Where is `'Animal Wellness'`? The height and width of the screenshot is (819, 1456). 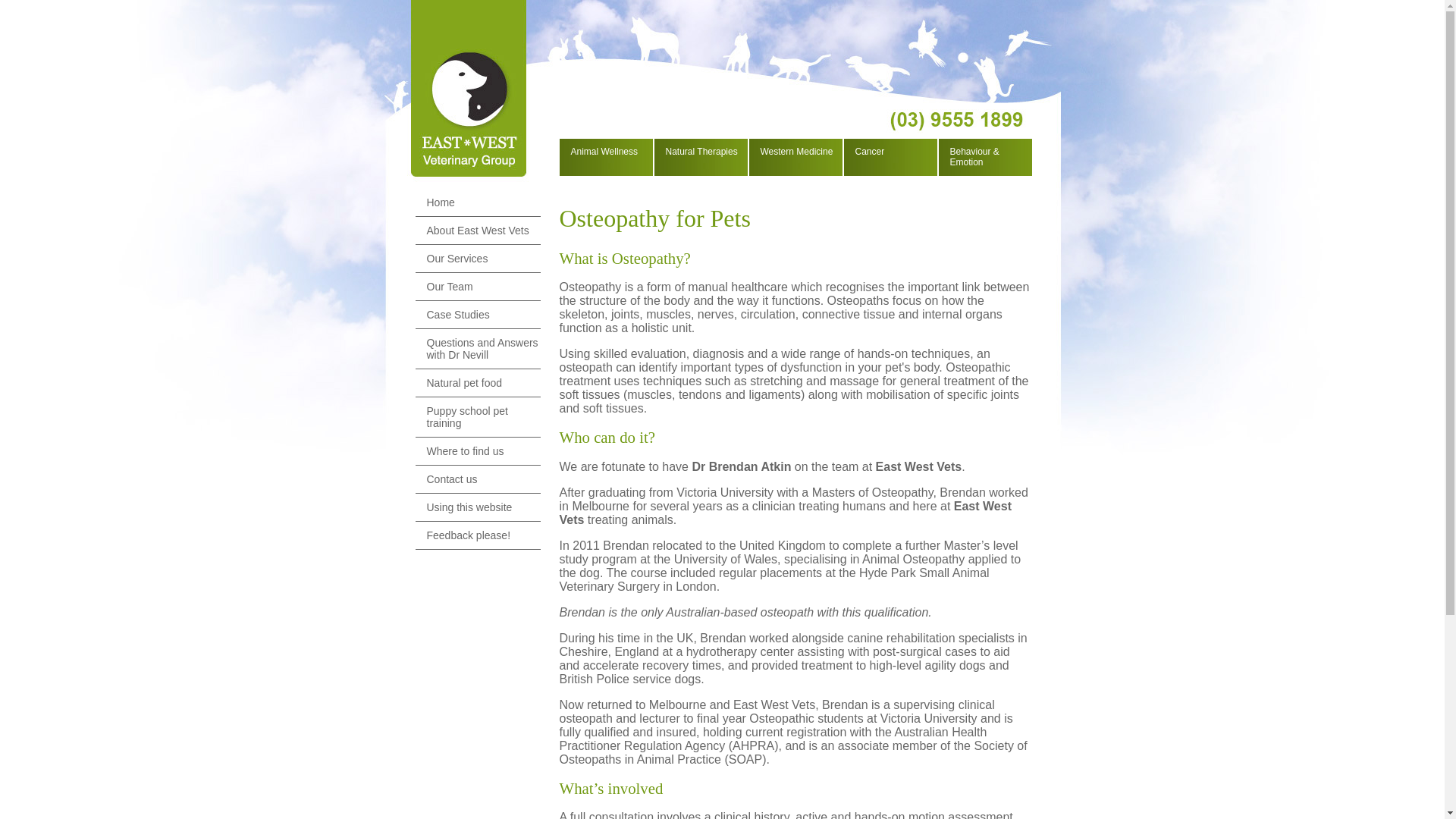
'Animal Wellness' is located at coordinates (562, 152).